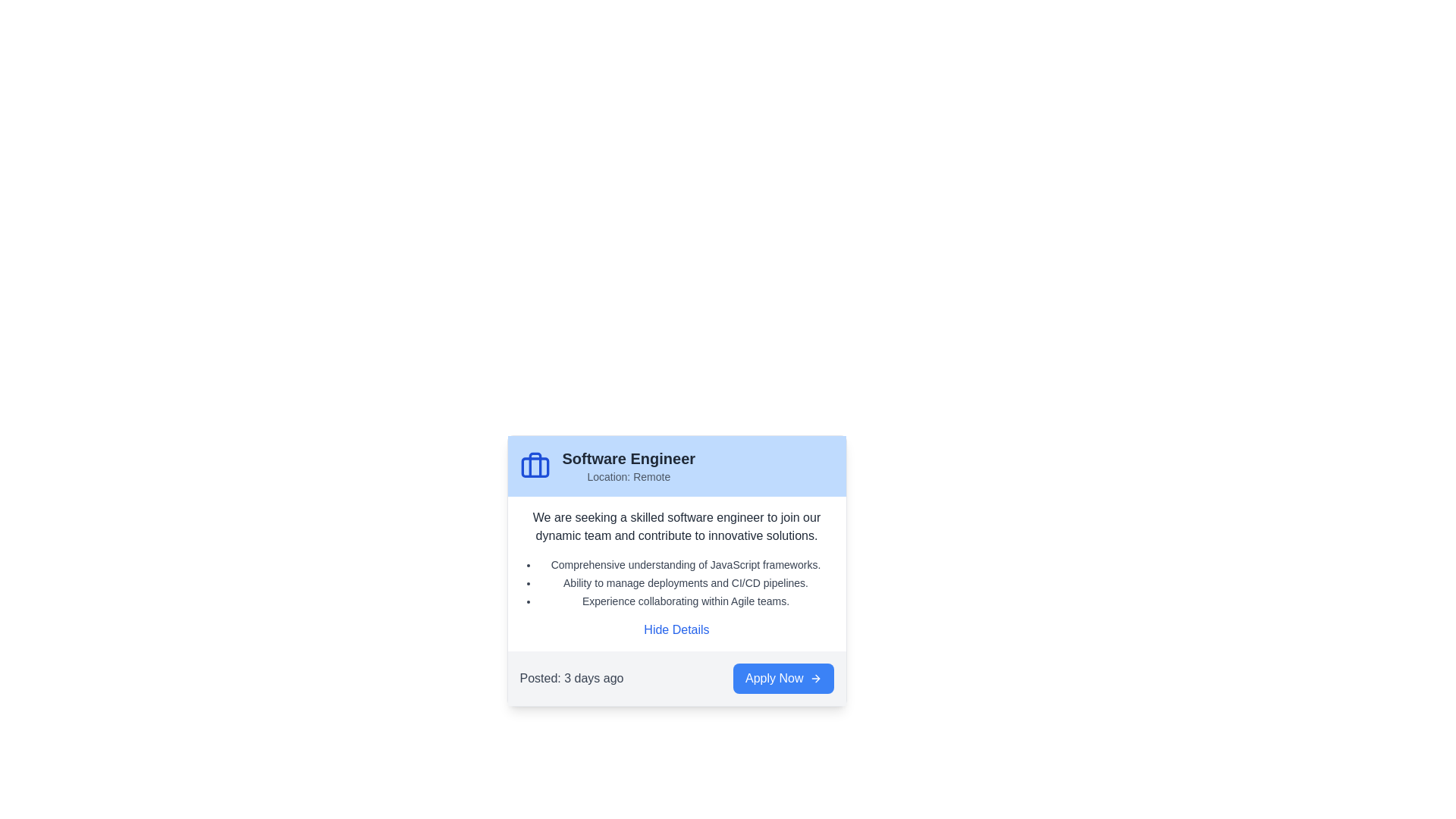  Describe the element at coordinates (535, 465) in the screenshot. I see `the briefcase icon located to the left of the job title and location text` at that location.